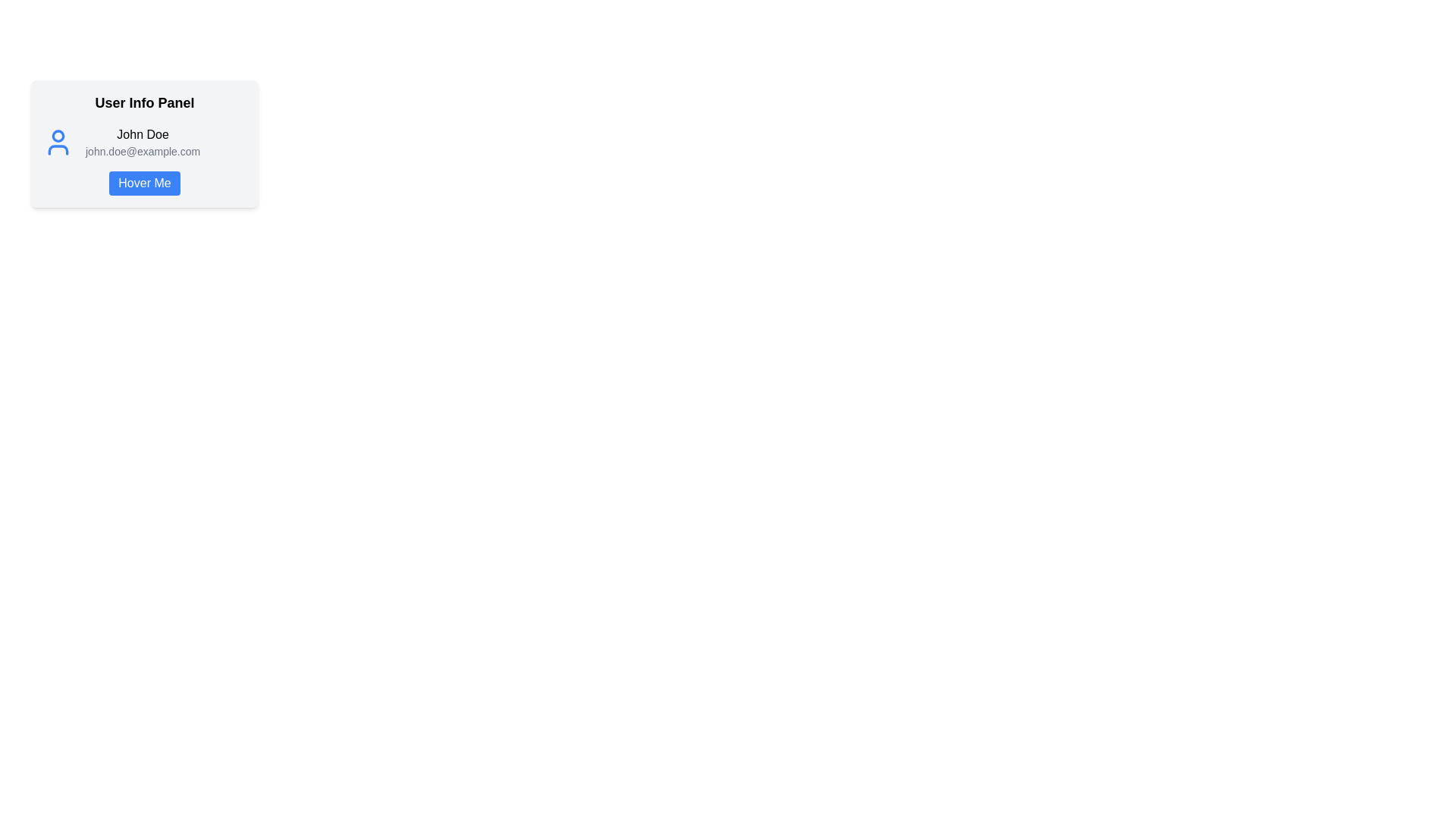  I want to click on the blue rectangular button labeled 'Hover Me' located in the 'User Info Panel' beneath 'John Doe' and 'john.doe@example.com', so click(145, 183).